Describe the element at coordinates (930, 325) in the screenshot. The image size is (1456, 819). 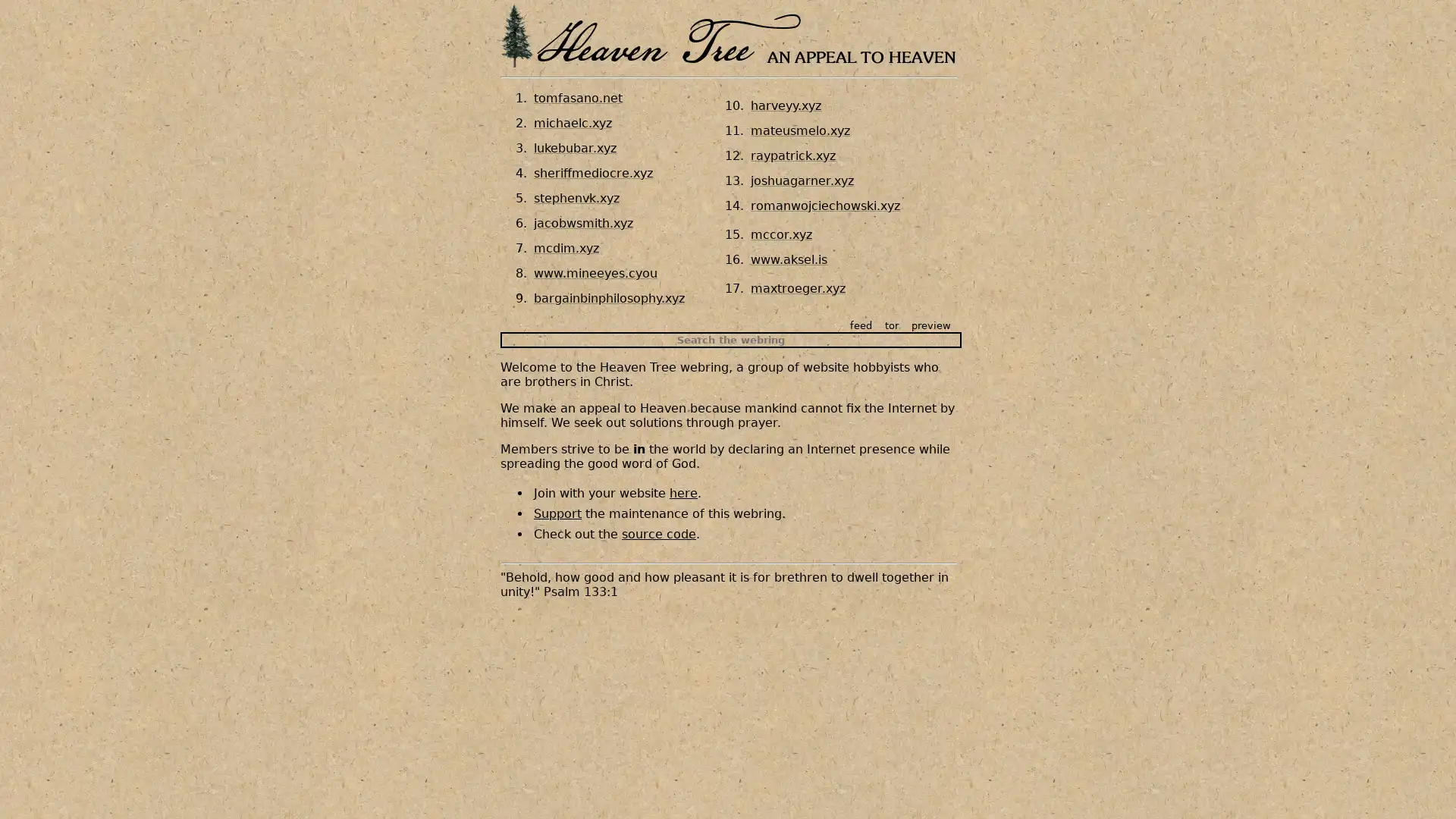
I see `preview` at that location.